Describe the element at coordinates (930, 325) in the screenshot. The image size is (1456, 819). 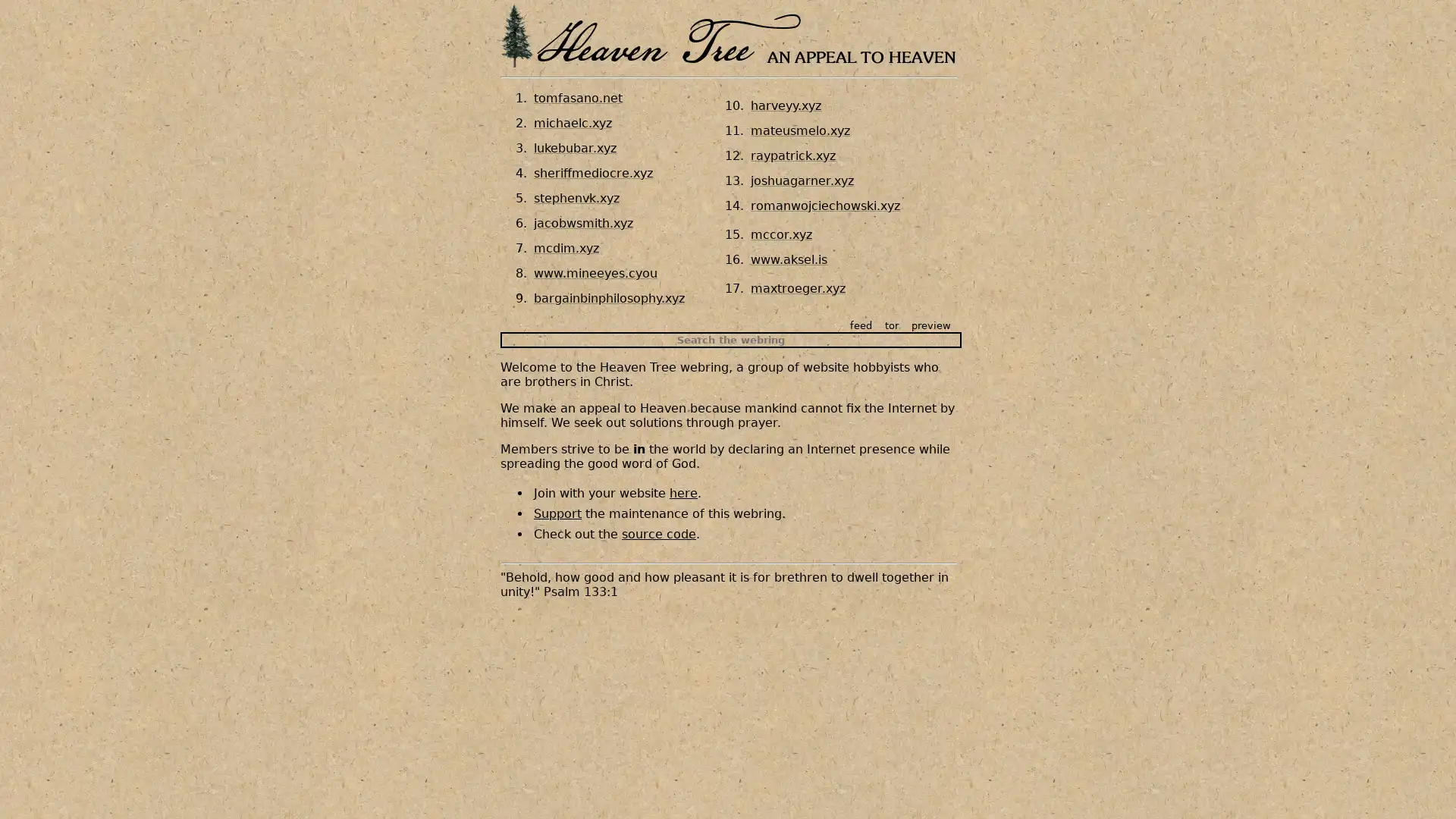
I see `preview` at that location.